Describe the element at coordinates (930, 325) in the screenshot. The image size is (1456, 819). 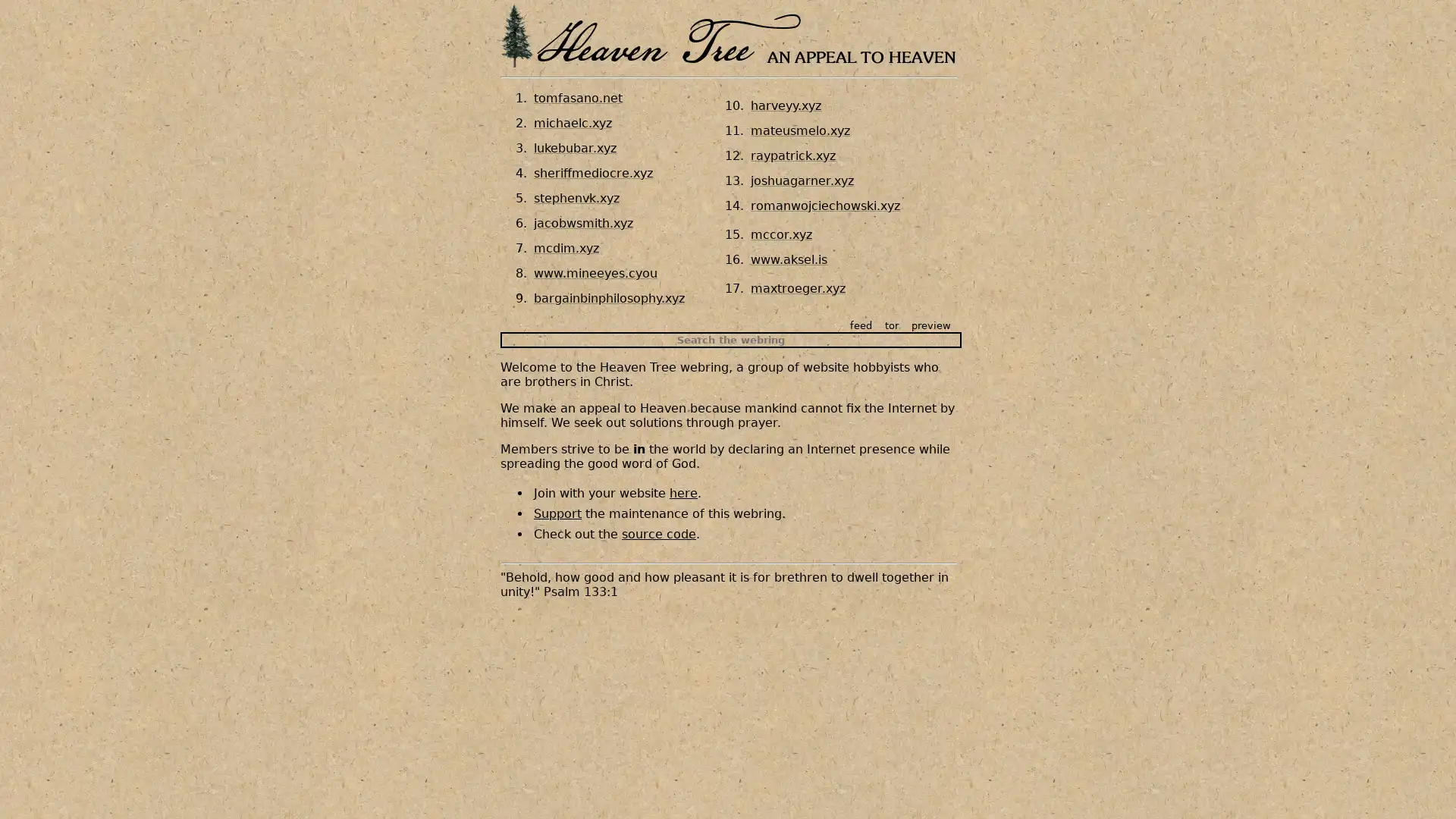
I see `preview` at that location.